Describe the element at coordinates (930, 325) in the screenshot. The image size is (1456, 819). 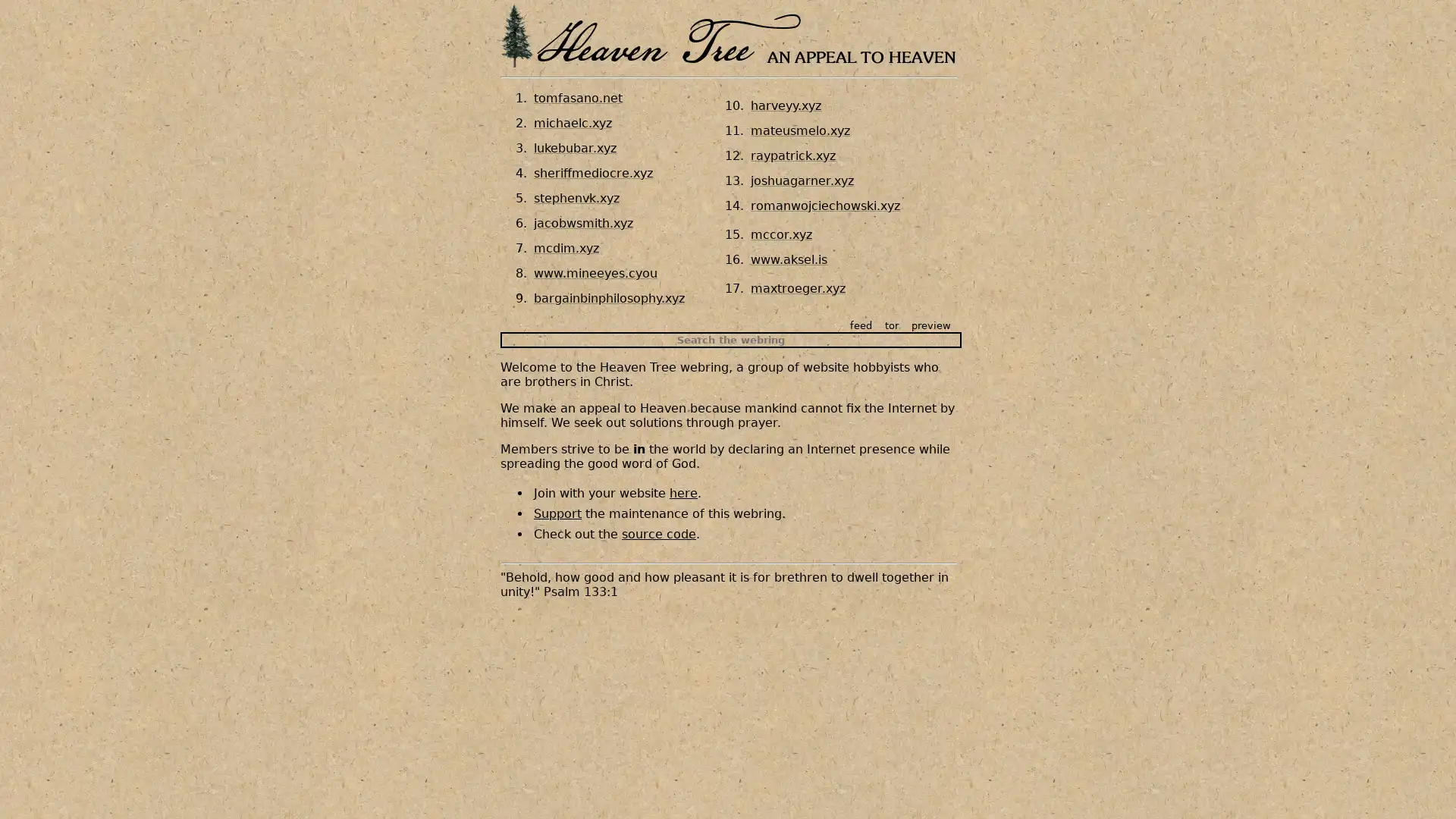
I see `preview` at that location.